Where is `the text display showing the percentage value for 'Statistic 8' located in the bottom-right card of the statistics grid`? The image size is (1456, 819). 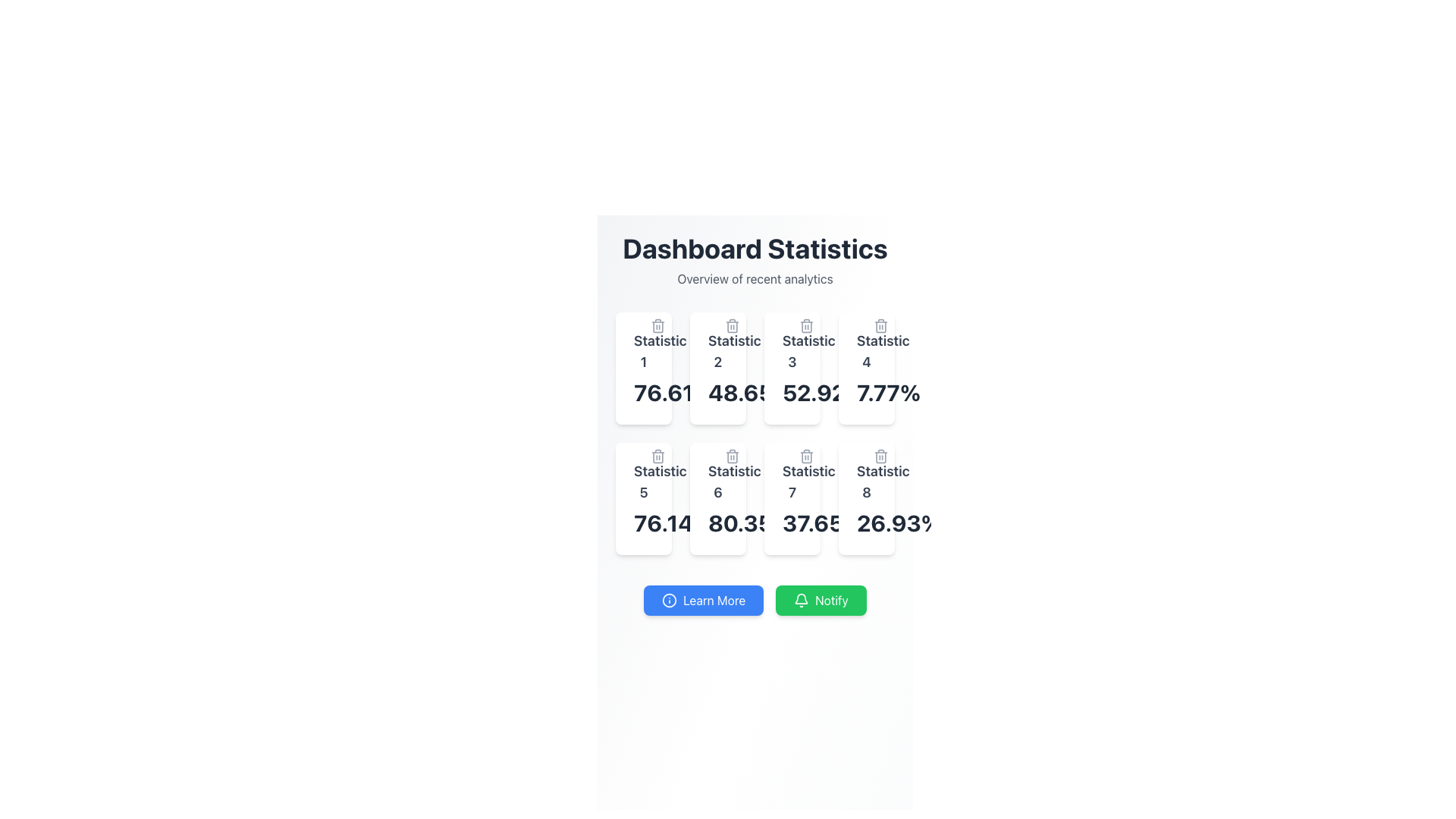 the text display showing the percentage value for 'Statistic 8' located in the bottom-right card of the statistics grid is located at coordinates (866, 522).